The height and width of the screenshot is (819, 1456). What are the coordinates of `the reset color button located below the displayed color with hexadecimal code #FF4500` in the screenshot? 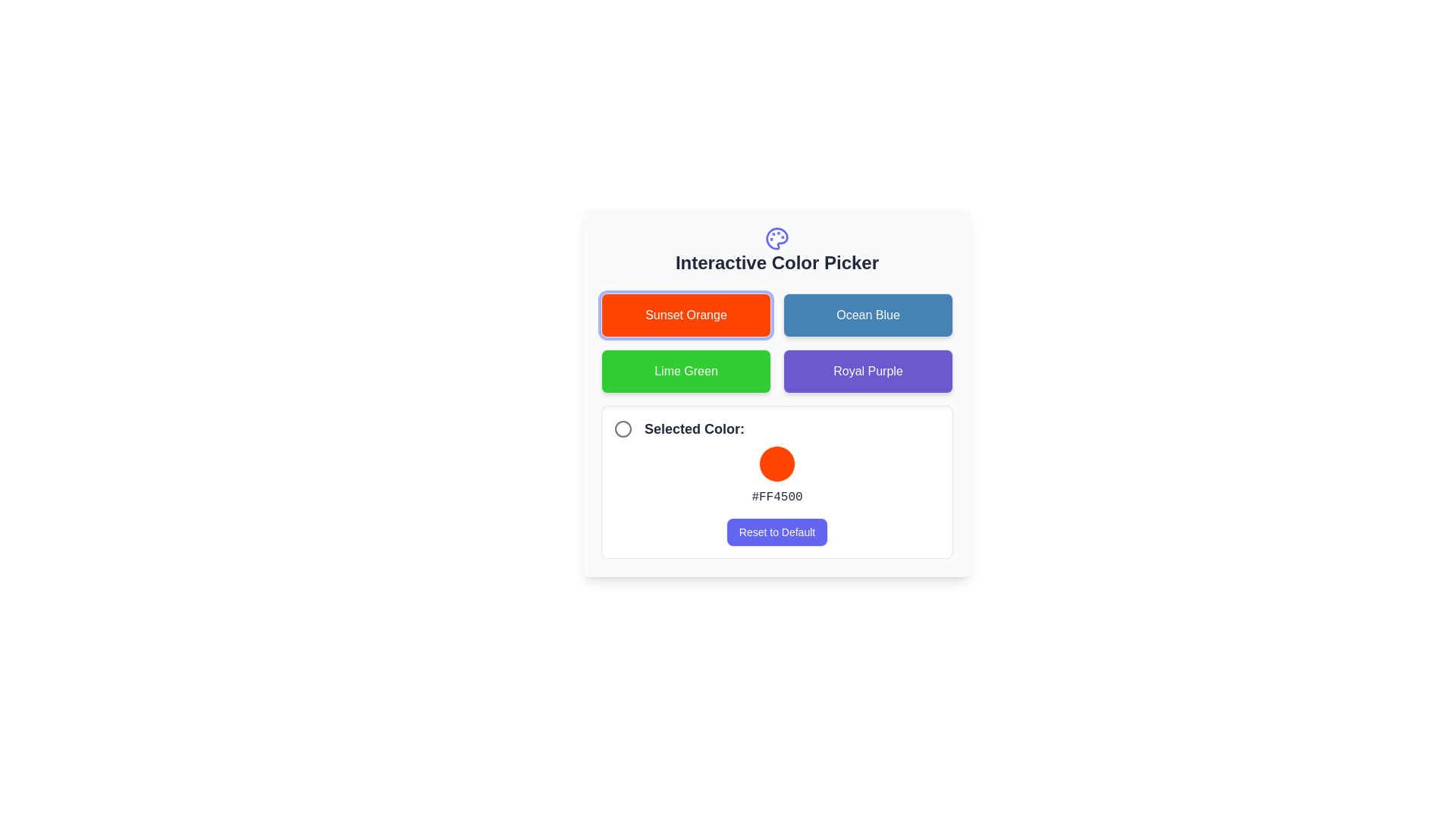 It's located at (777, 532).